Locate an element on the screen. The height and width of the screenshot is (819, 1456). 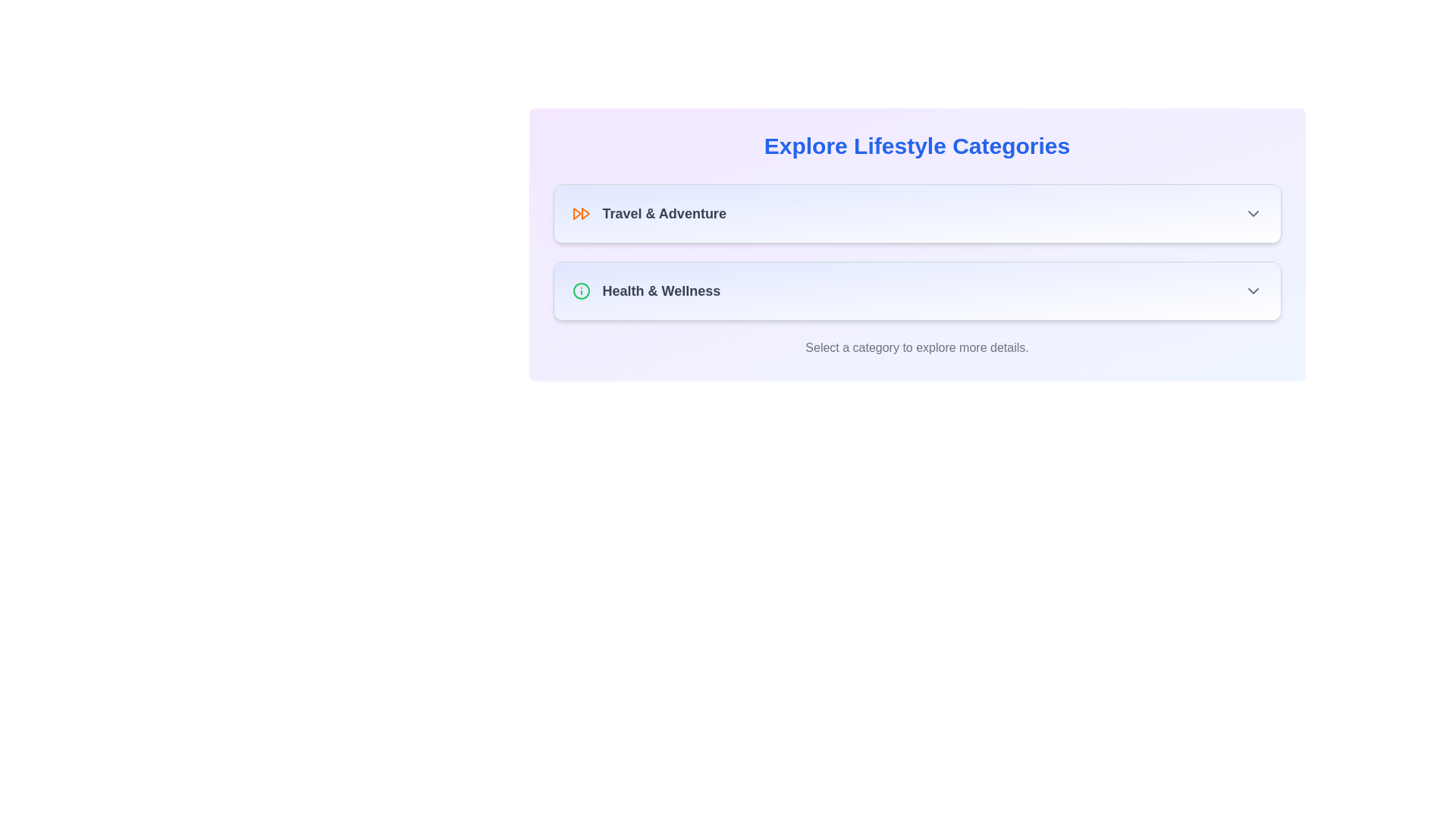
the 'Health & Wellness' label element, which is the second item in a vertical list under 'Travel & Adventure' is located at coordinates (646, 291).